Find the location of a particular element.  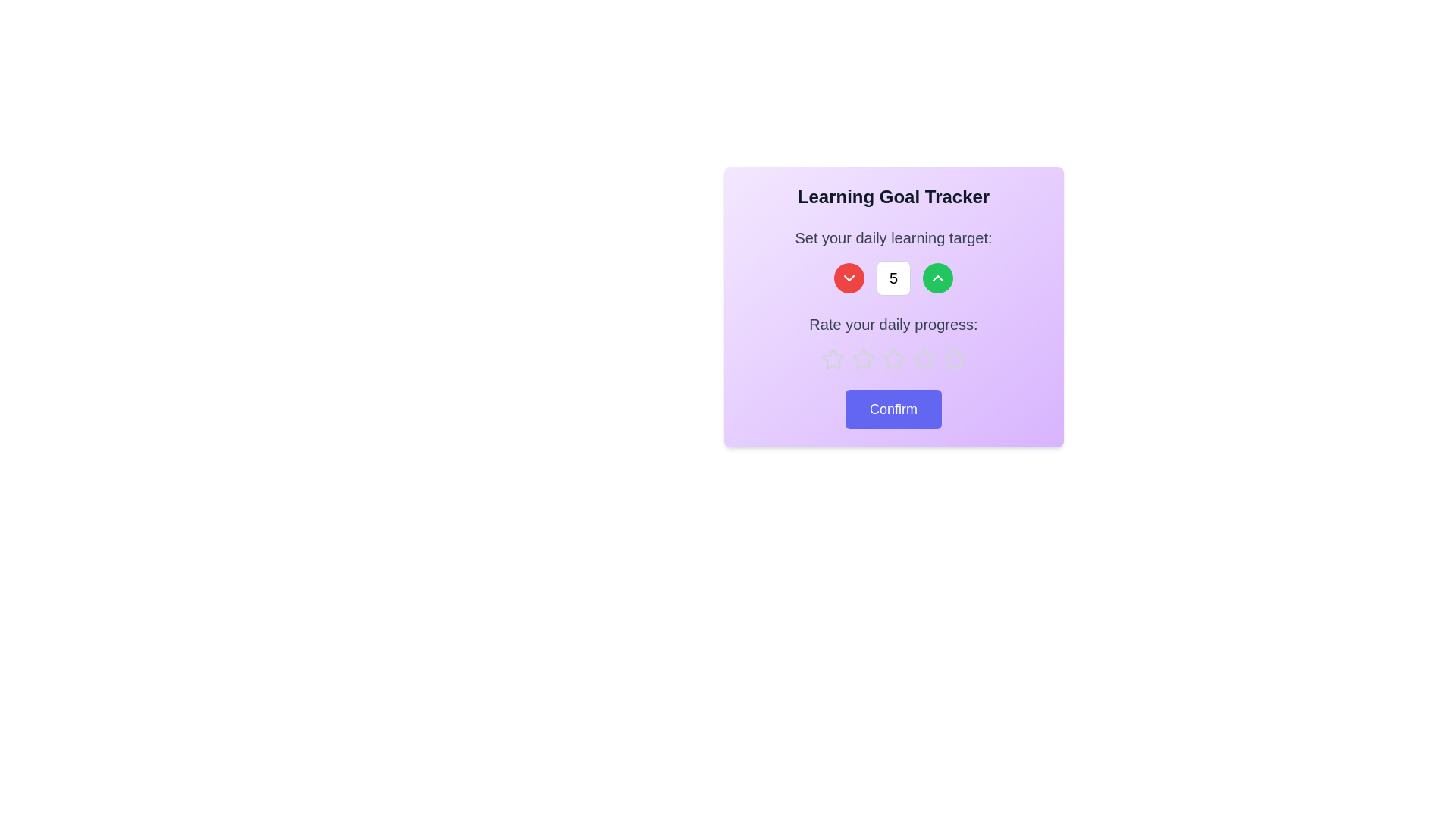

the submission button located at the bottom-center of the 'Learning Goal Tracker' card is located at coordinates (893, 409).